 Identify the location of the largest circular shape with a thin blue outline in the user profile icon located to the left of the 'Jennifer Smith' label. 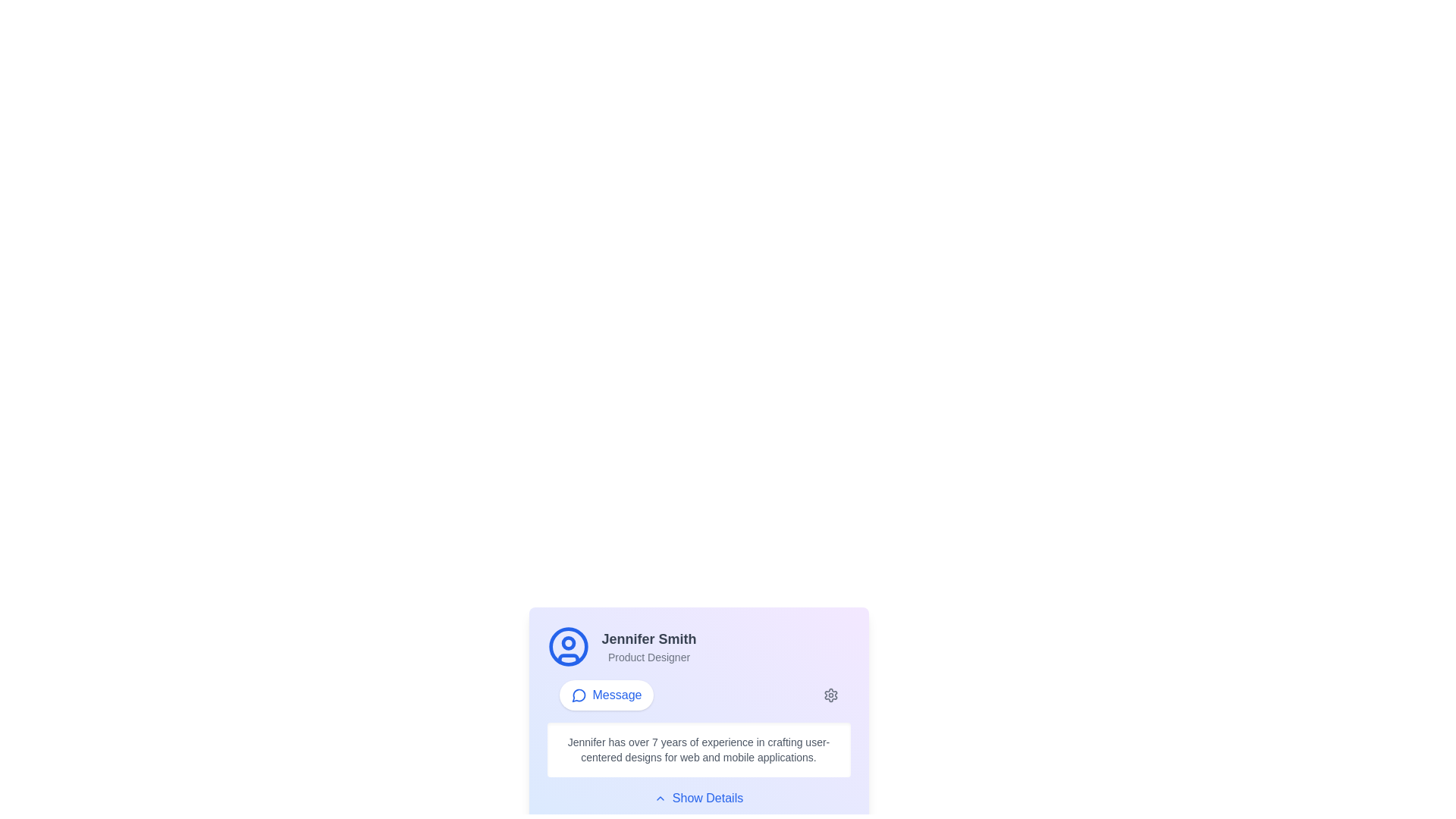
(567, 646).